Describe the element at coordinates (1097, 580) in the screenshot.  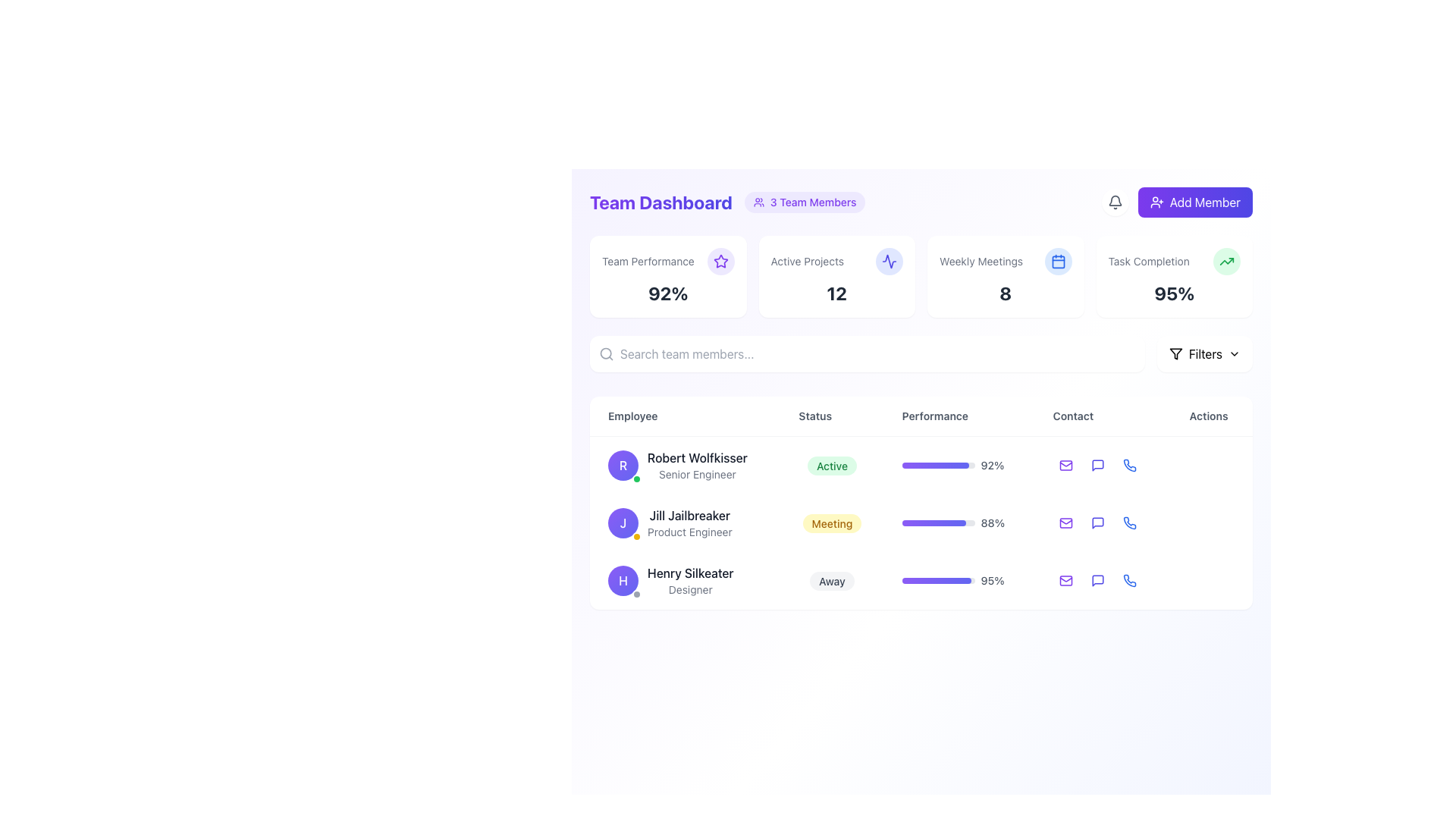
I see `the messaging icon located in the 'Actions' column, third row from the top, second icon in the set` at that location.